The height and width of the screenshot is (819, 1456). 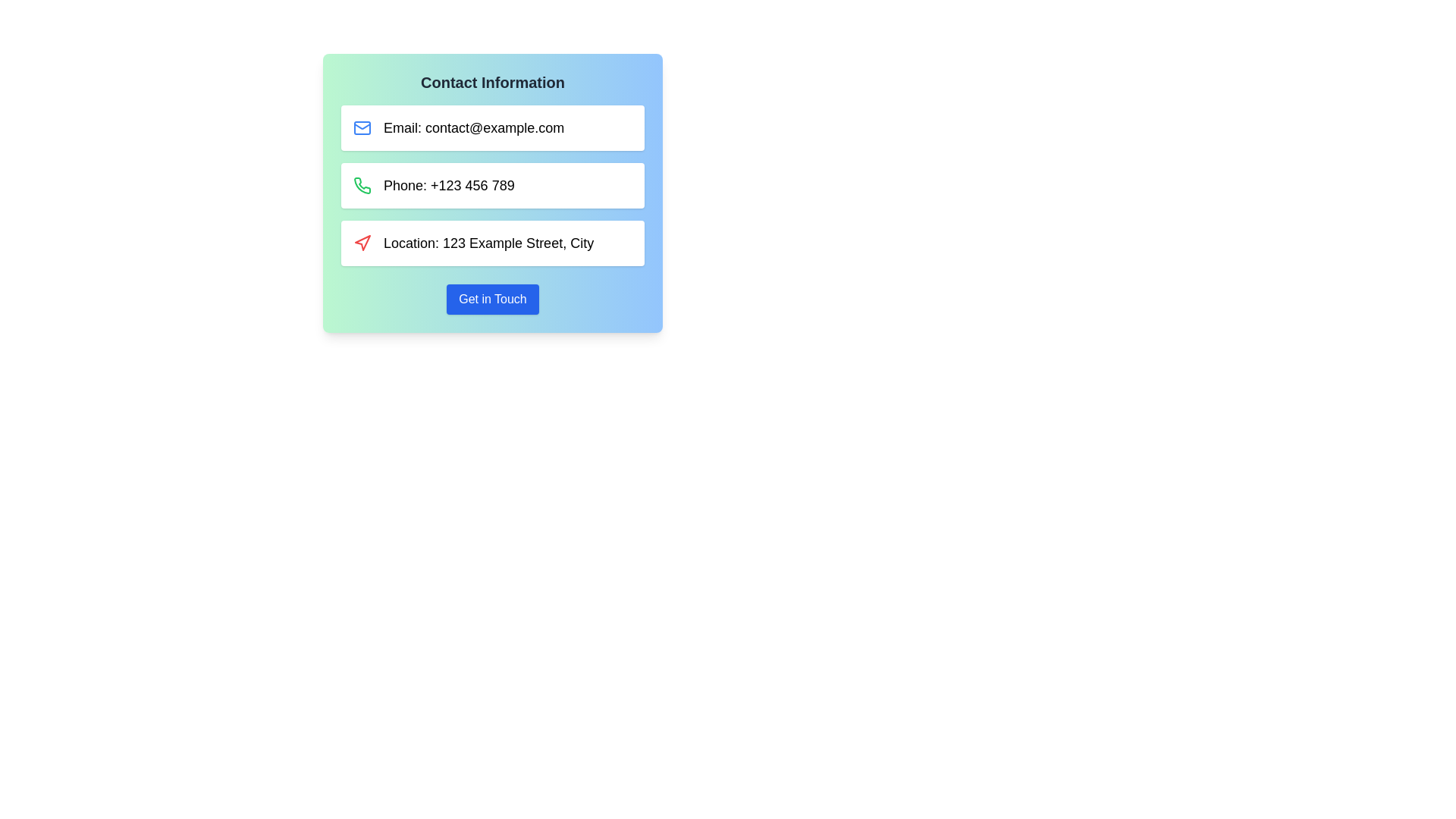 I want to click on green phone icon located to the left of the text 'Phone: +123 456 789' in the middle row of the contact information section for debugging purposes, so click(x=362, y=184).